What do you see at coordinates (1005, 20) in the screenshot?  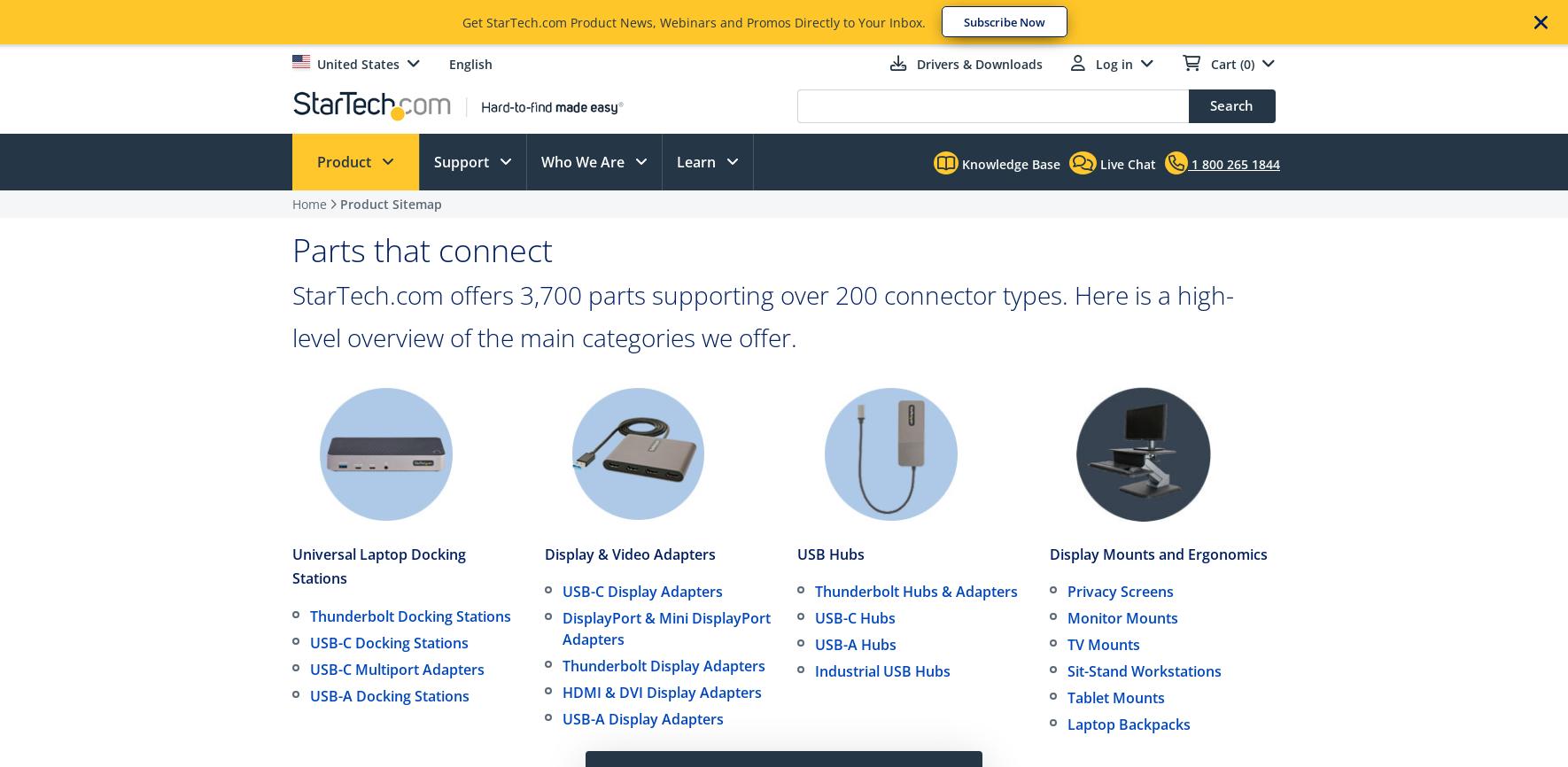 I see `'Subscribe Now'` at bounding box center [1005, 20].